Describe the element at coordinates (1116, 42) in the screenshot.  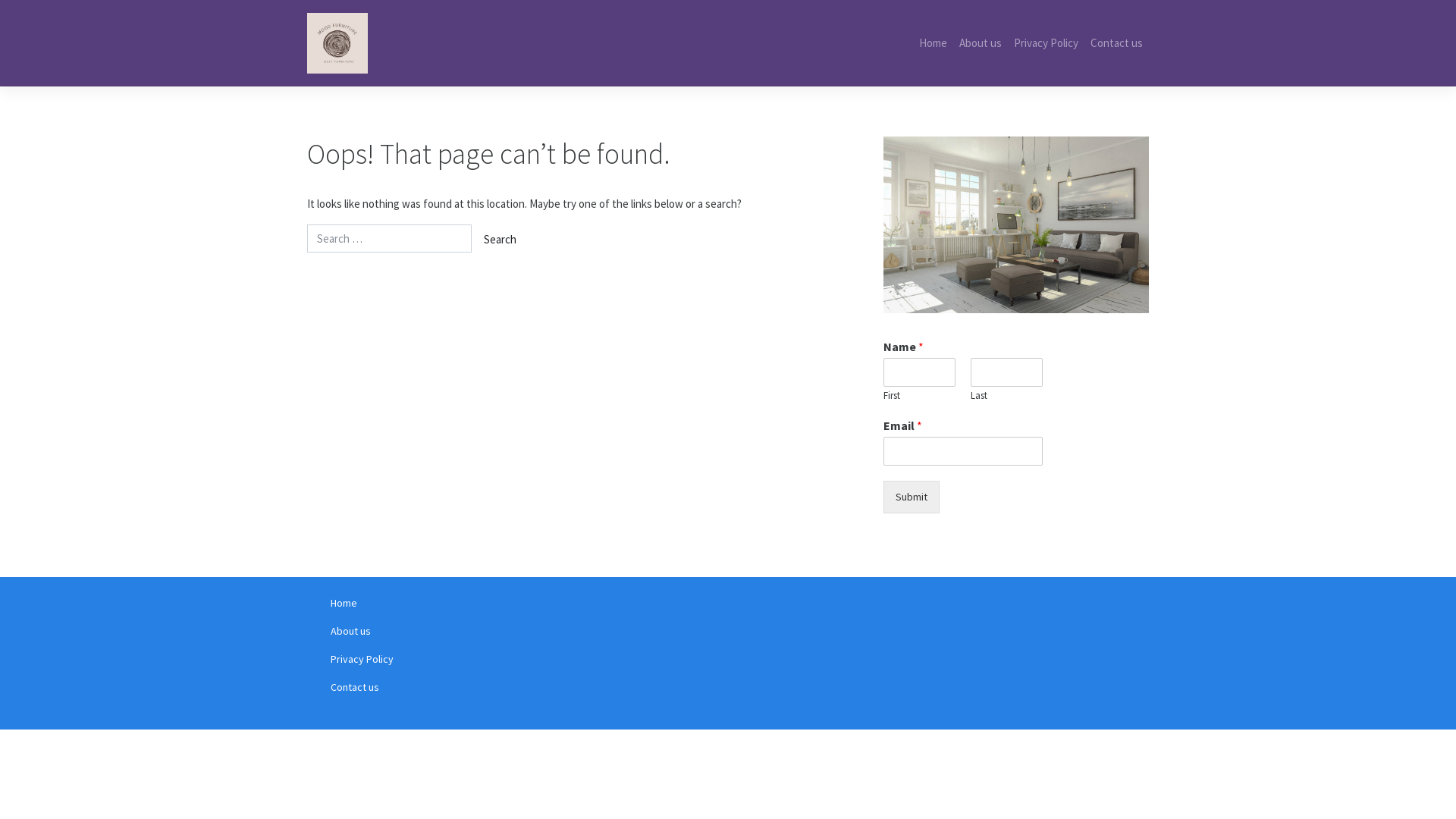
I see `'Contact us'` at that location.